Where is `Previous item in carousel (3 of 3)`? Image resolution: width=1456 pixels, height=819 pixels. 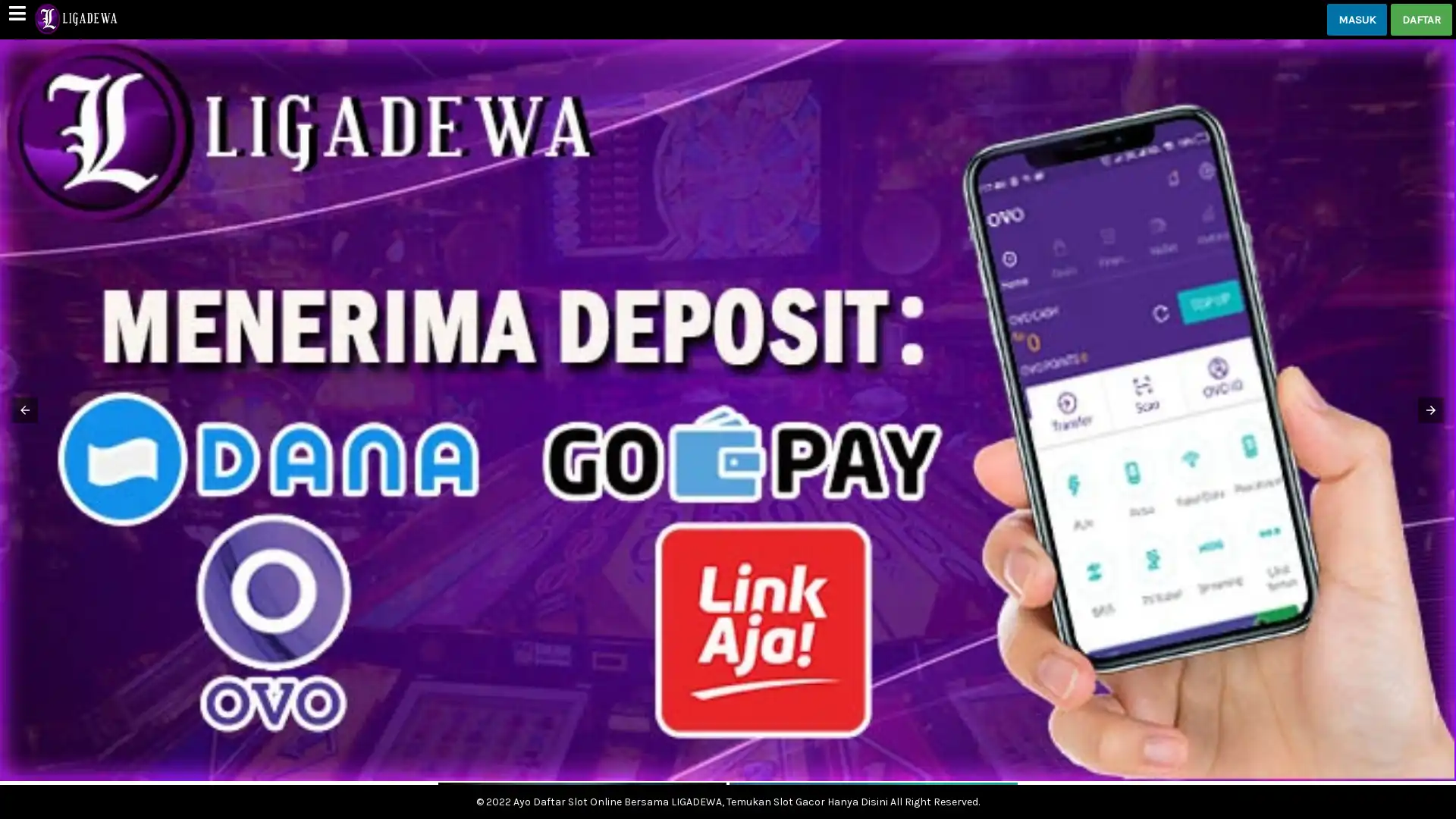 Previous item in carousel (3 of 3) is located at coordinates (25, 409).